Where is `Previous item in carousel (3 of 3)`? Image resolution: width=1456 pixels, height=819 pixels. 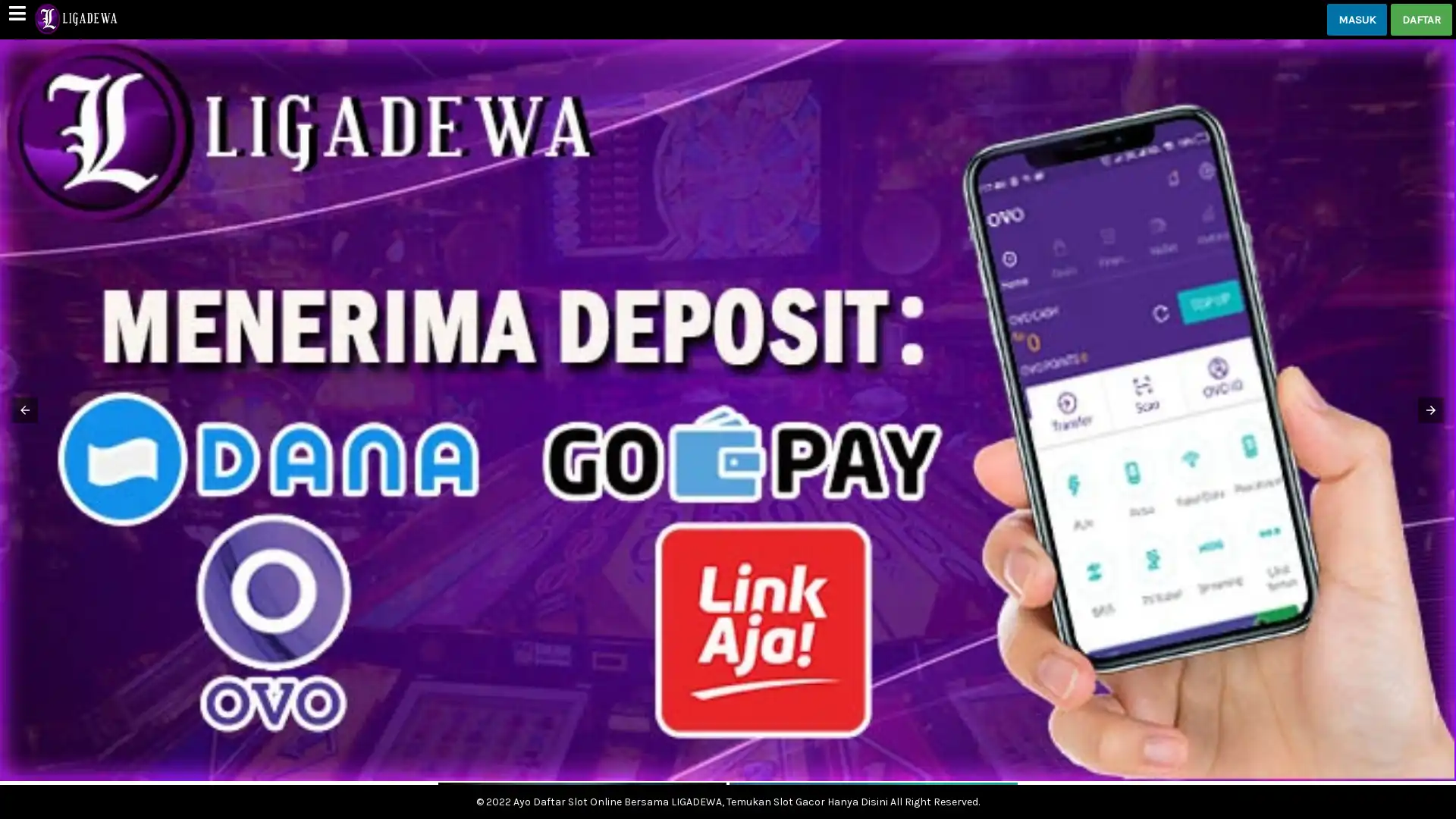 Previous item in carousel (3 of 3) is located at coordinates (25, 409).